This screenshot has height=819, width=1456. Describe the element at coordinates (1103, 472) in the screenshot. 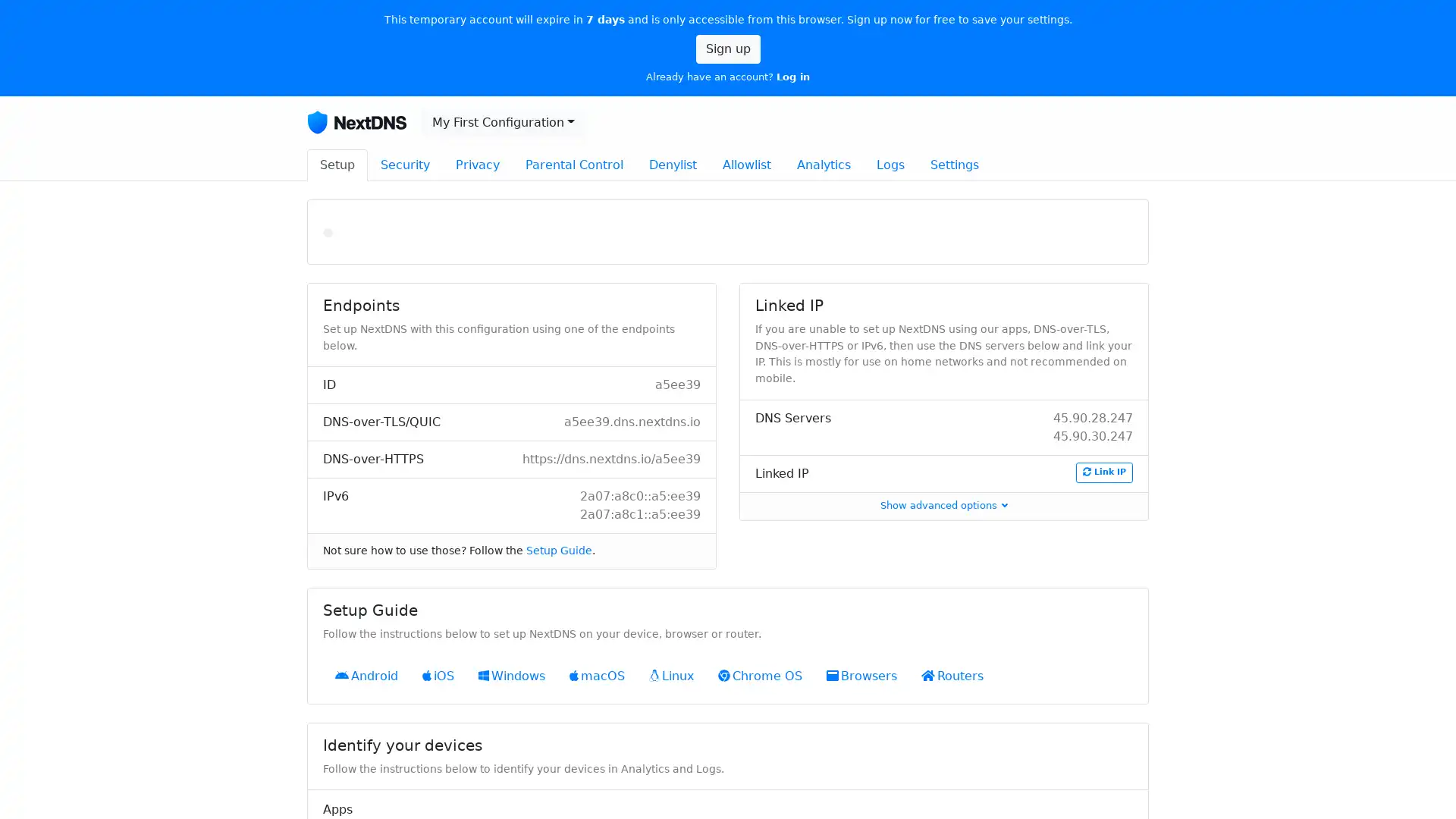

I see `Link IP` at that location.